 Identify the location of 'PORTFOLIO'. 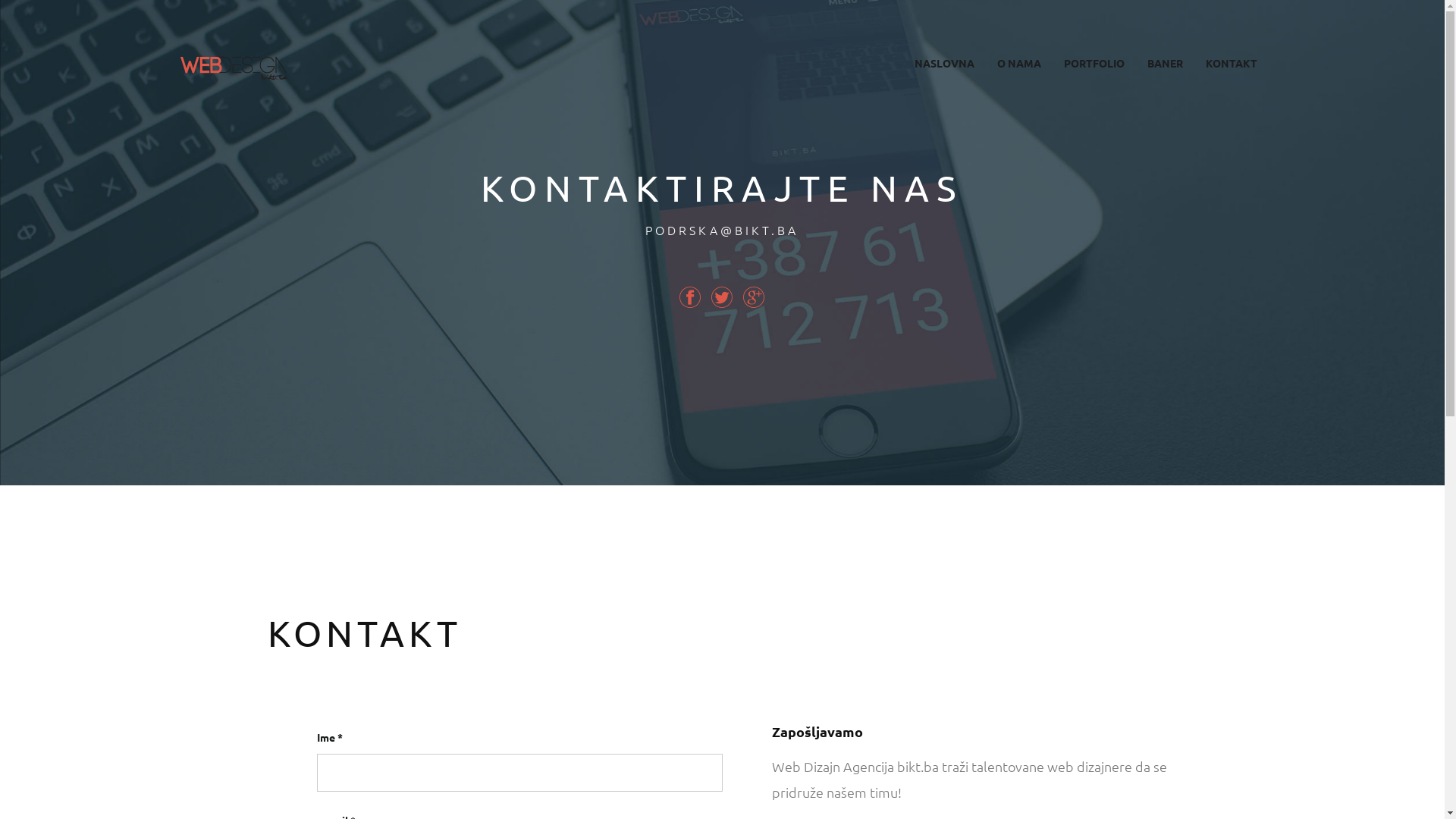
(1094, 63).